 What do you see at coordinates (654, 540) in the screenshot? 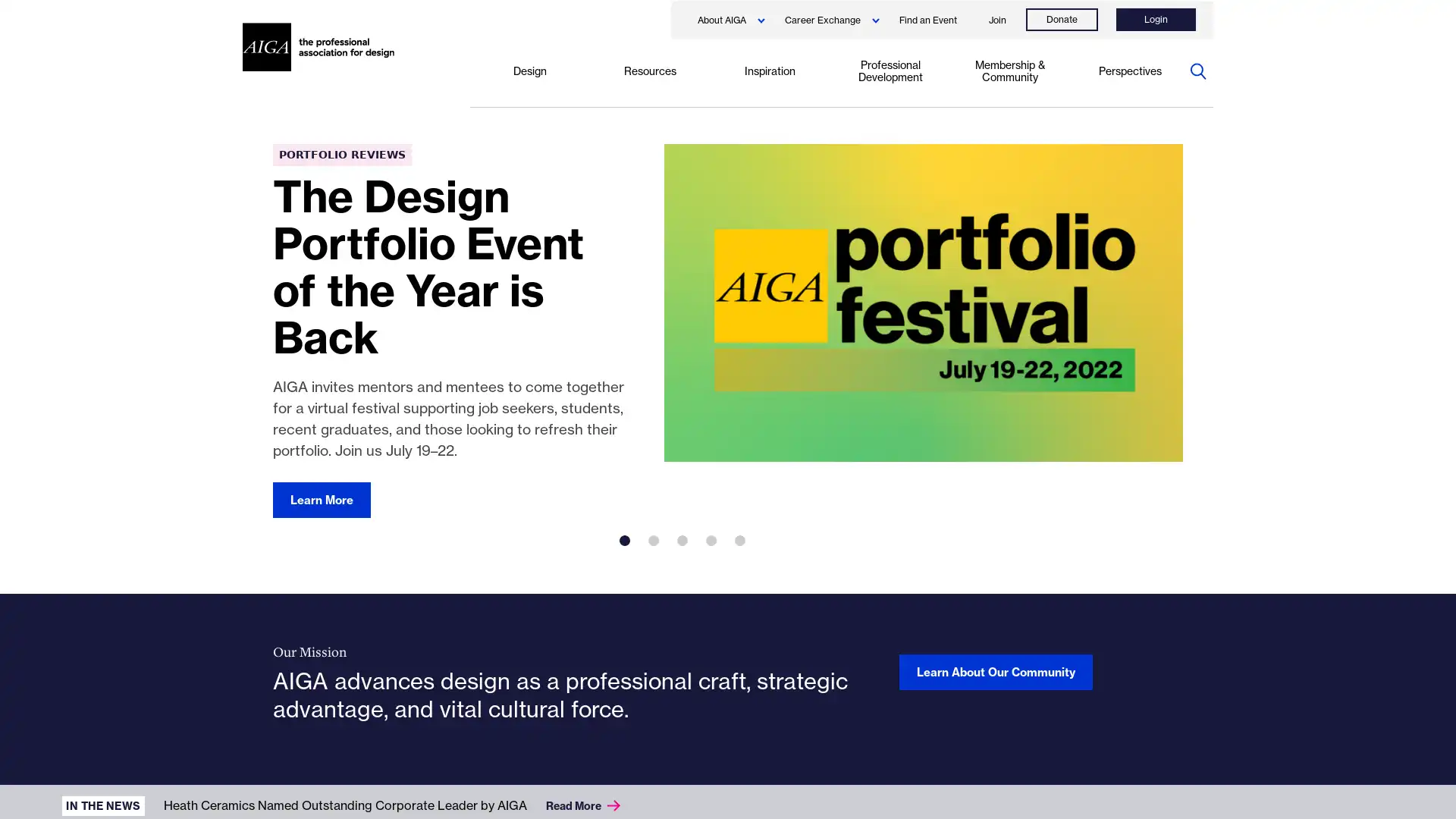
I see `2 of 5` at bounding box center [654, 540].